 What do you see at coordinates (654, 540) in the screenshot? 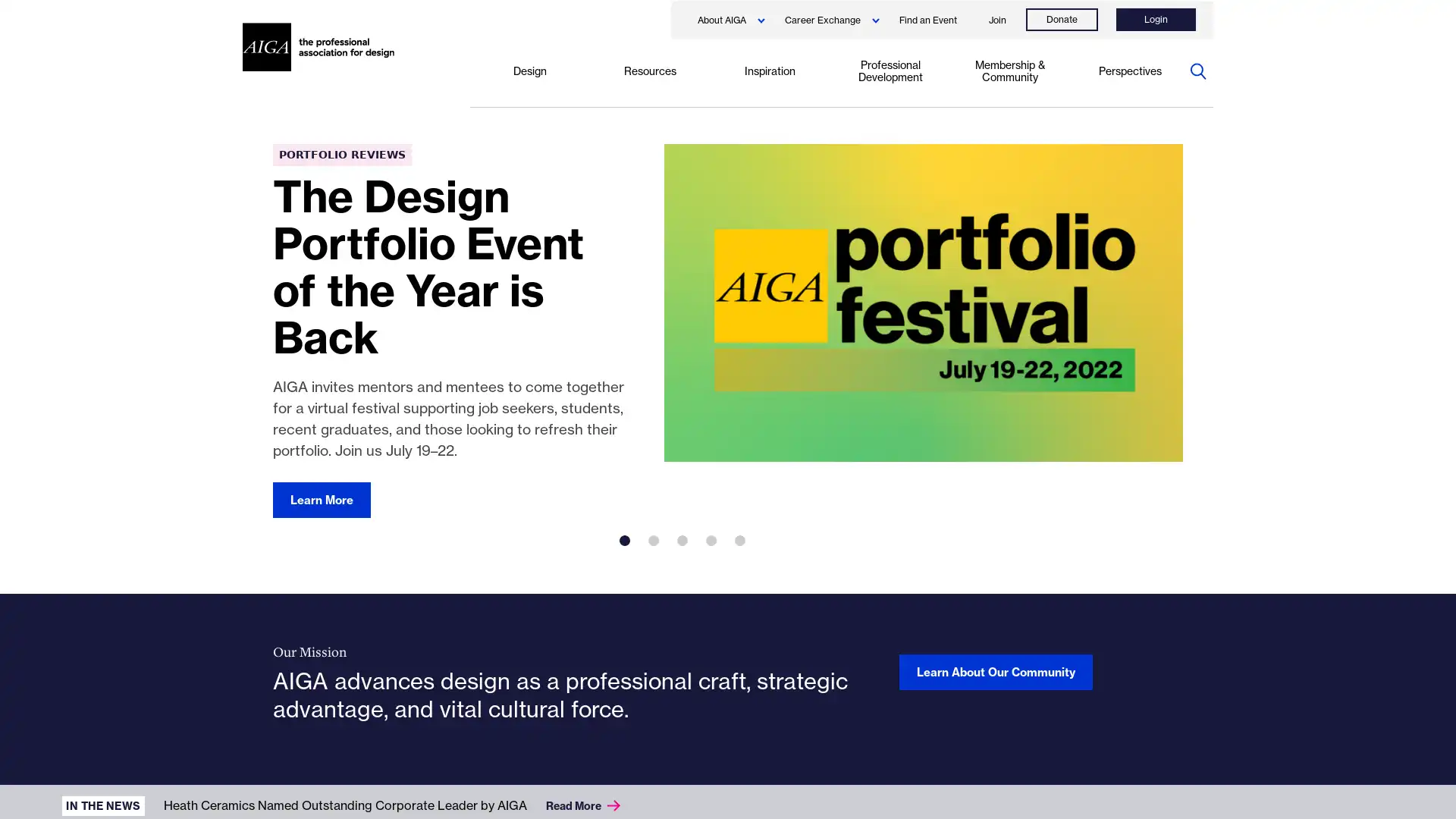
I see `2 of 5` at bounding box center [654, 540].